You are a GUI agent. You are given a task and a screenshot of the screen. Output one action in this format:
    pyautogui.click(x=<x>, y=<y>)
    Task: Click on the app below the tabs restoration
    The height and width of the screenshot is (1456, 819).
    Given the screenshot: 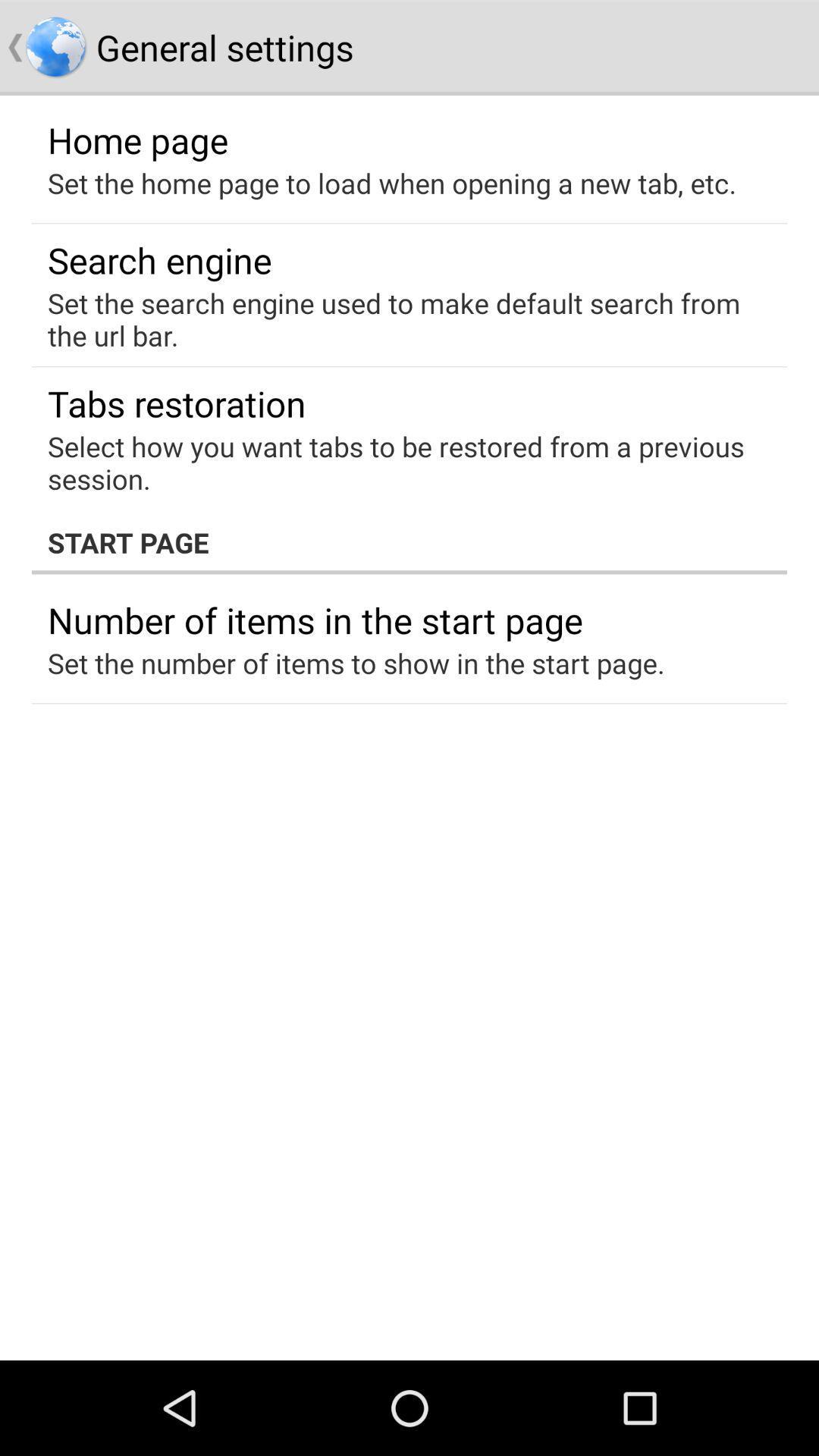 What is the action you would take?
    pyautogui.click(x=398, y=462)
    